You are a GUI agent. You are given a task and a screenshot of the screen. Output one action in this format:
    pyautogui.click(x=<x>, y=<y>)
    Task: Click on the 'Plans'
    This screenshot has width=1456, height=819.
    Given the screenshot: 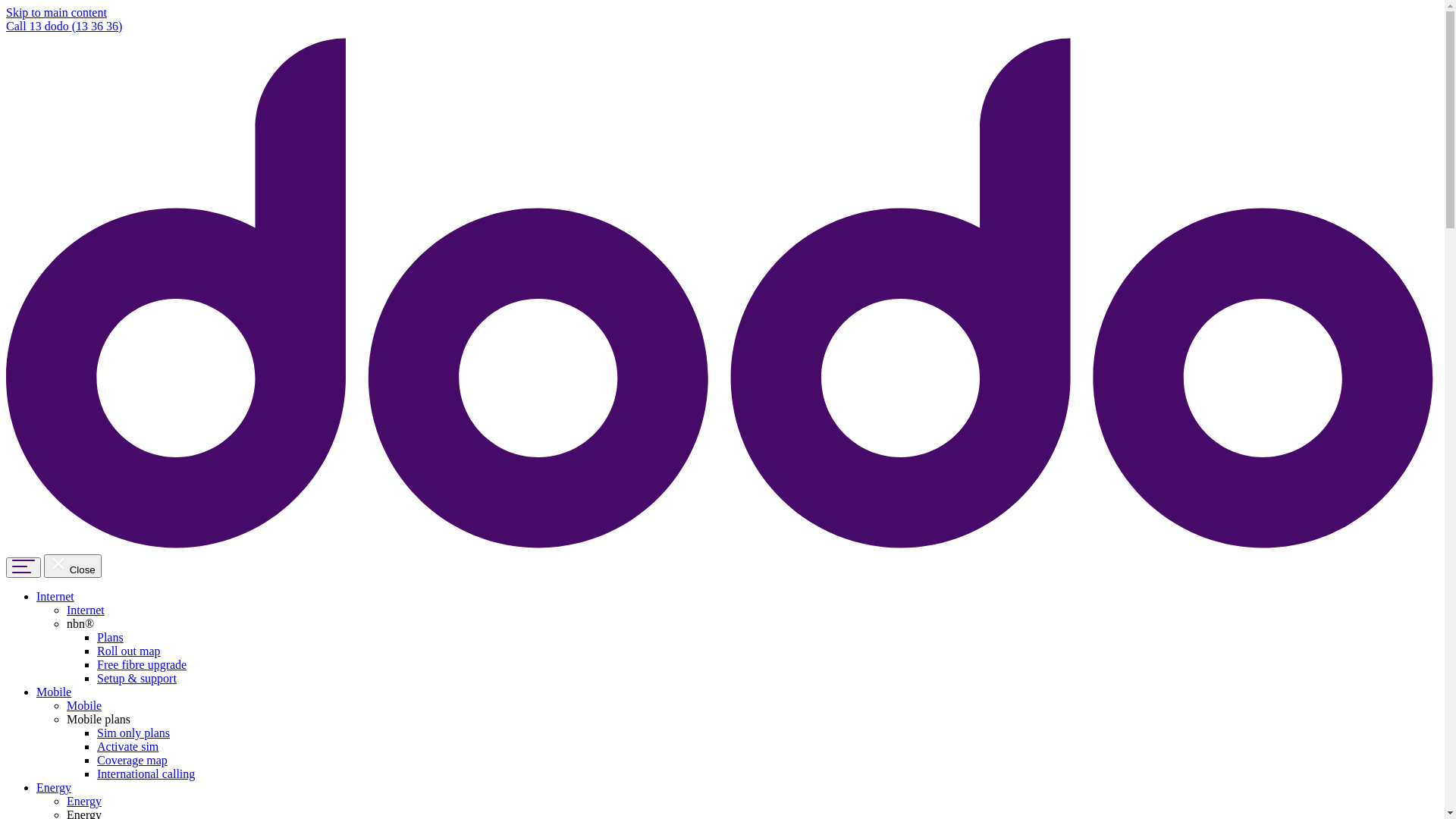 What is the action you would take?
    pyautogui.click(x=109, y=637)
    